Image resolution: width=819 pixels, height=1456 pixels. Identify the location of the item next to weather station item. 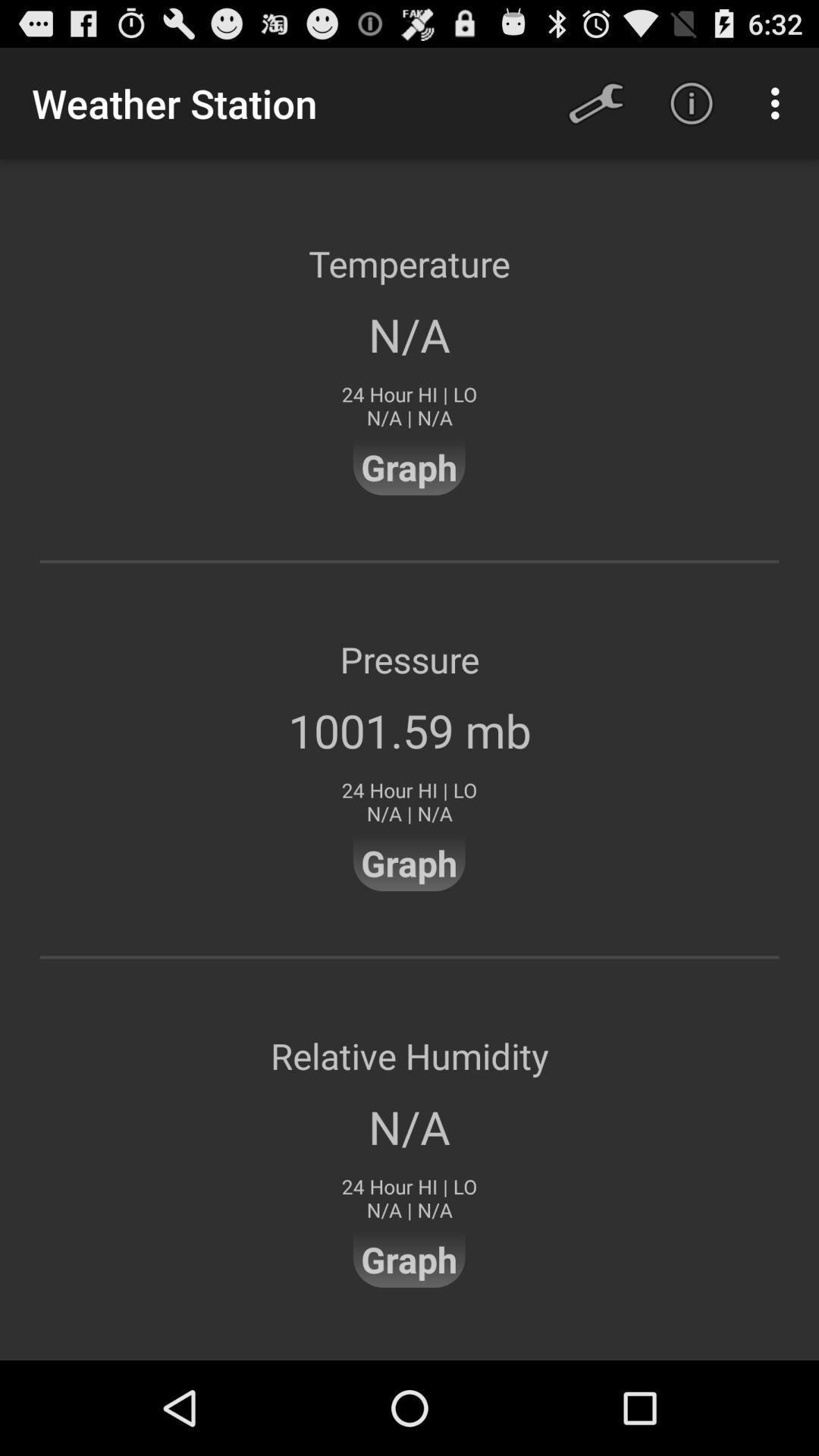
(595, 102).